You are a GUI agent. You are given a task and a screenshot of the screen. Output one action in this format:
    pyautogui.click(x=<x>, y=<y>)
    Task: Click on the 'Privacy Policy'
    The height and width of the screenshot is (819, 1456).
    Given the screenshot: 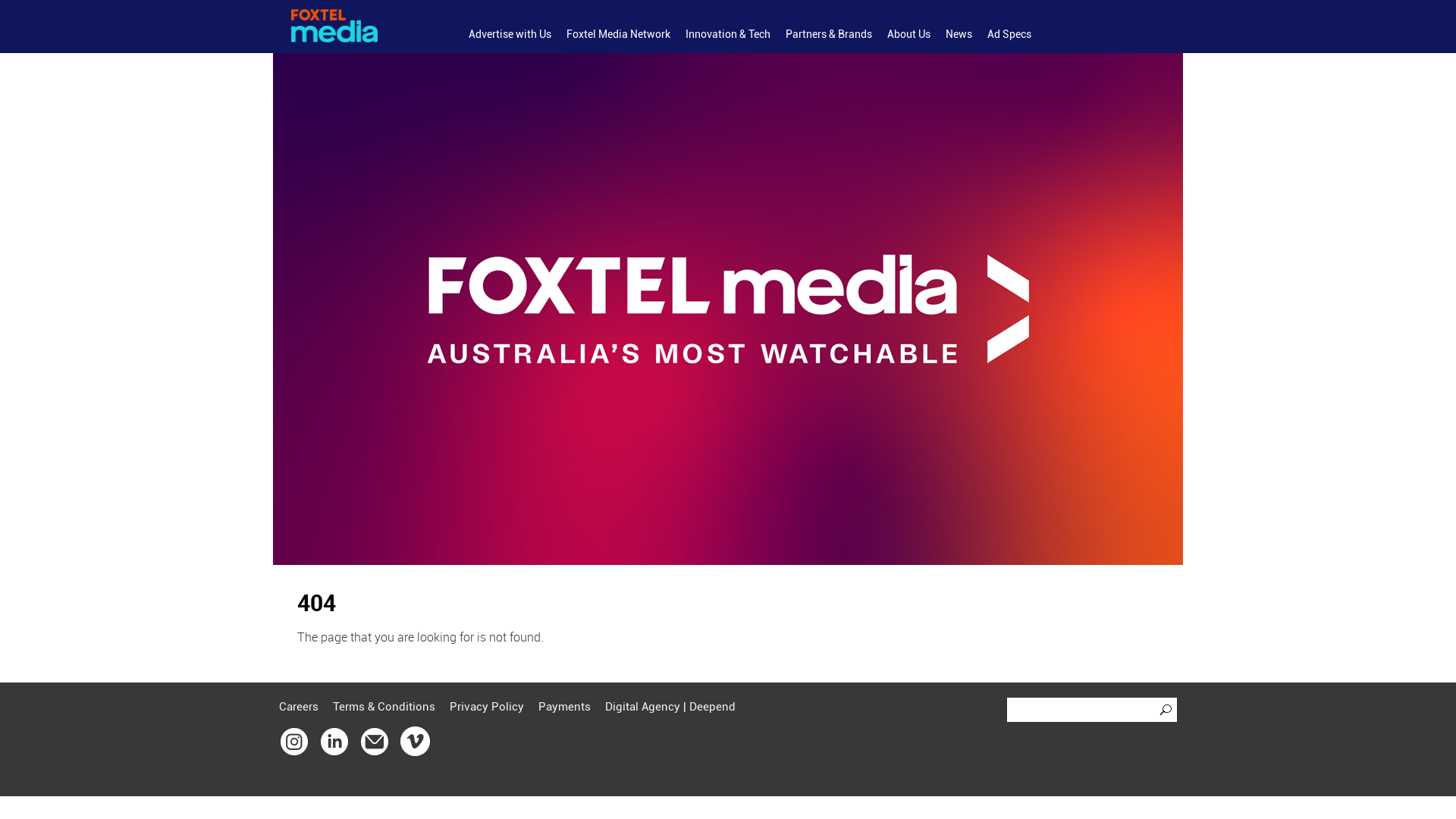 What is the action you would take?
    pyautogui.click(x=487, y=707)
    